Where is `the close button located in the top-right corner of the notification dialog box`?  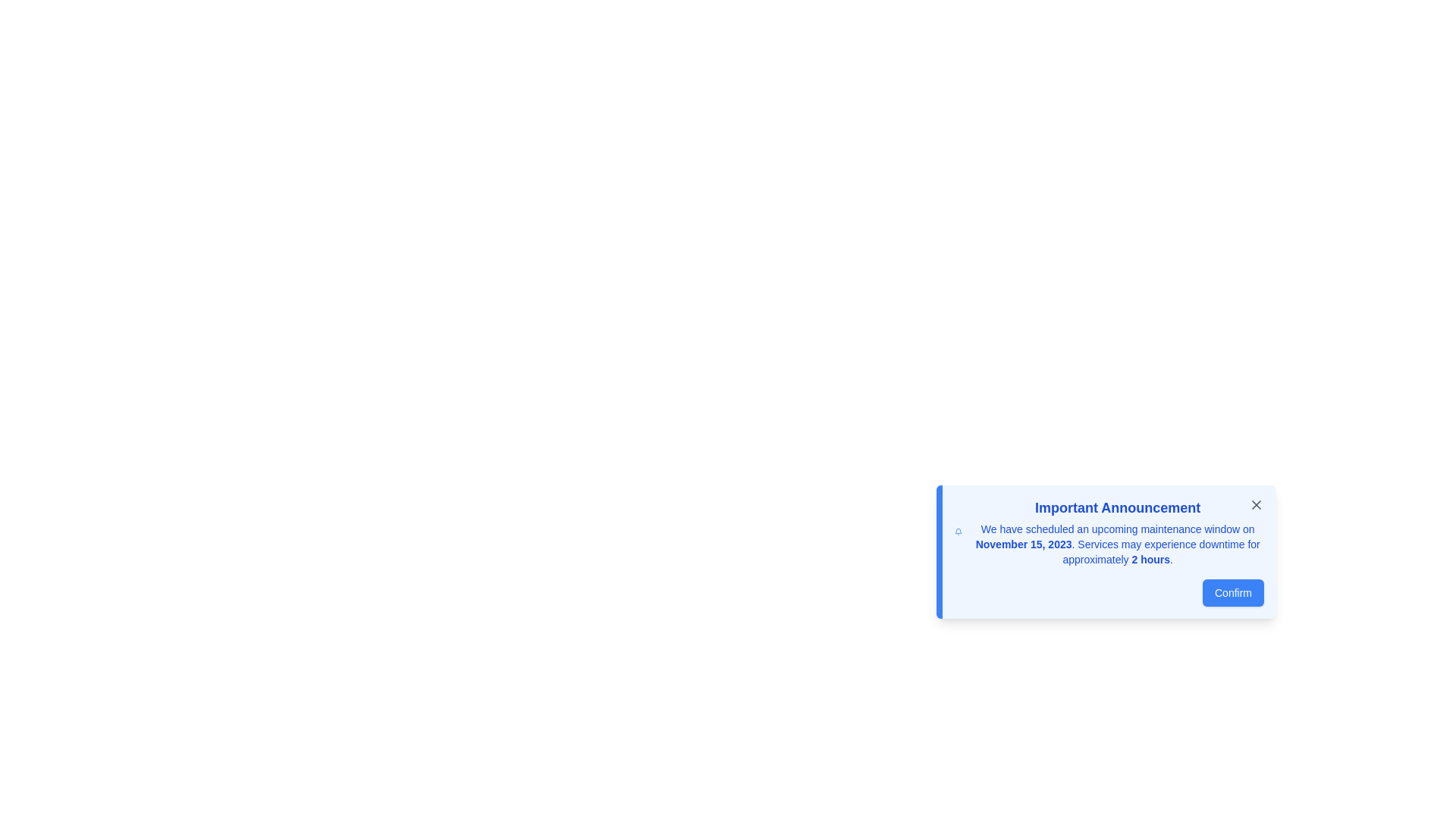 the close button located in the top-right corner of the notification dialog box is located at coordinates (1256, 505).